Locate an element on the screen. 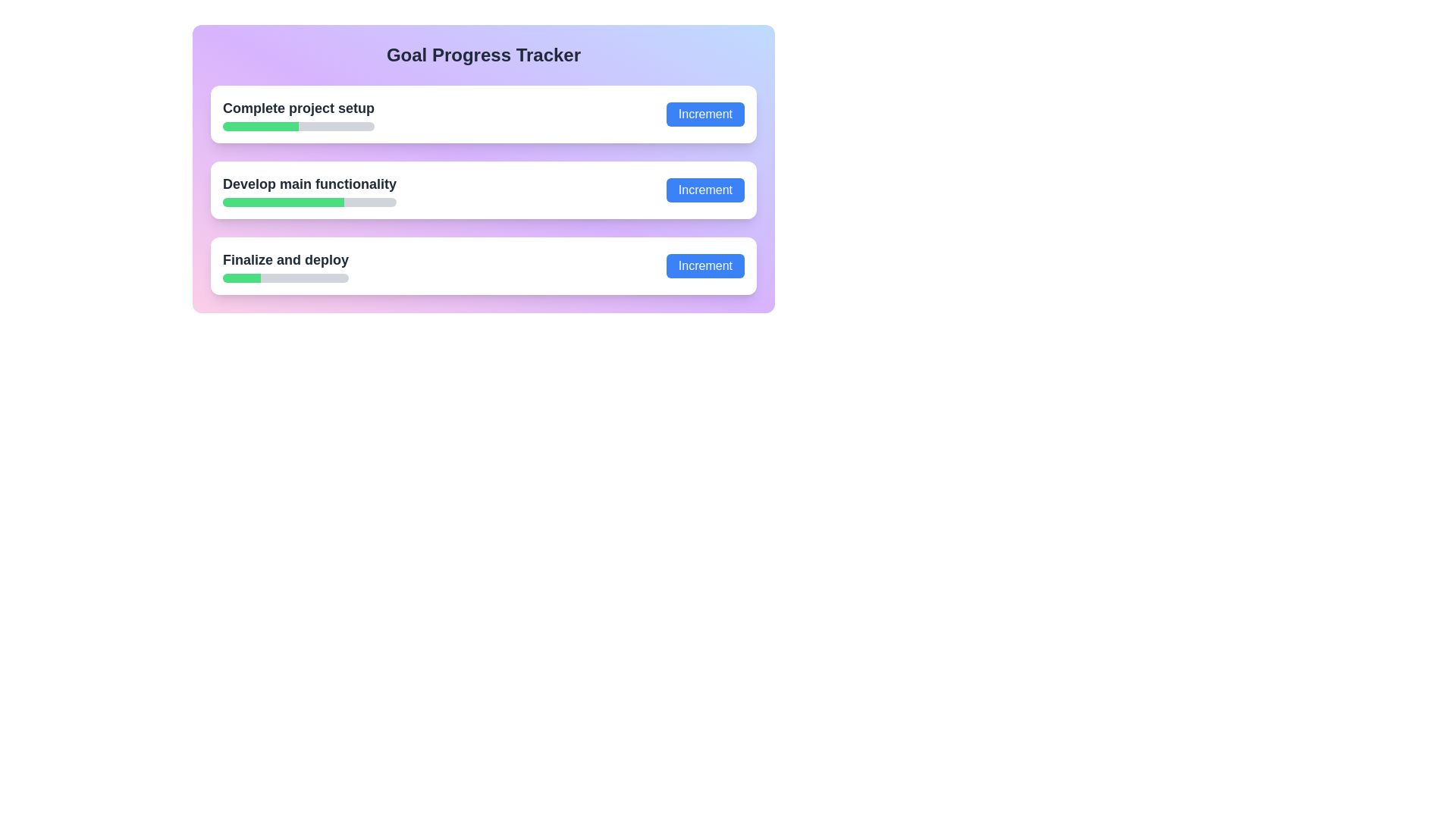 The image size is (1456, 819). progress visually on the progress bar located beneath the text 'Finalize and deploy', which is the third progress bar in the goal tracker interface is located at coordinates (286, 278).